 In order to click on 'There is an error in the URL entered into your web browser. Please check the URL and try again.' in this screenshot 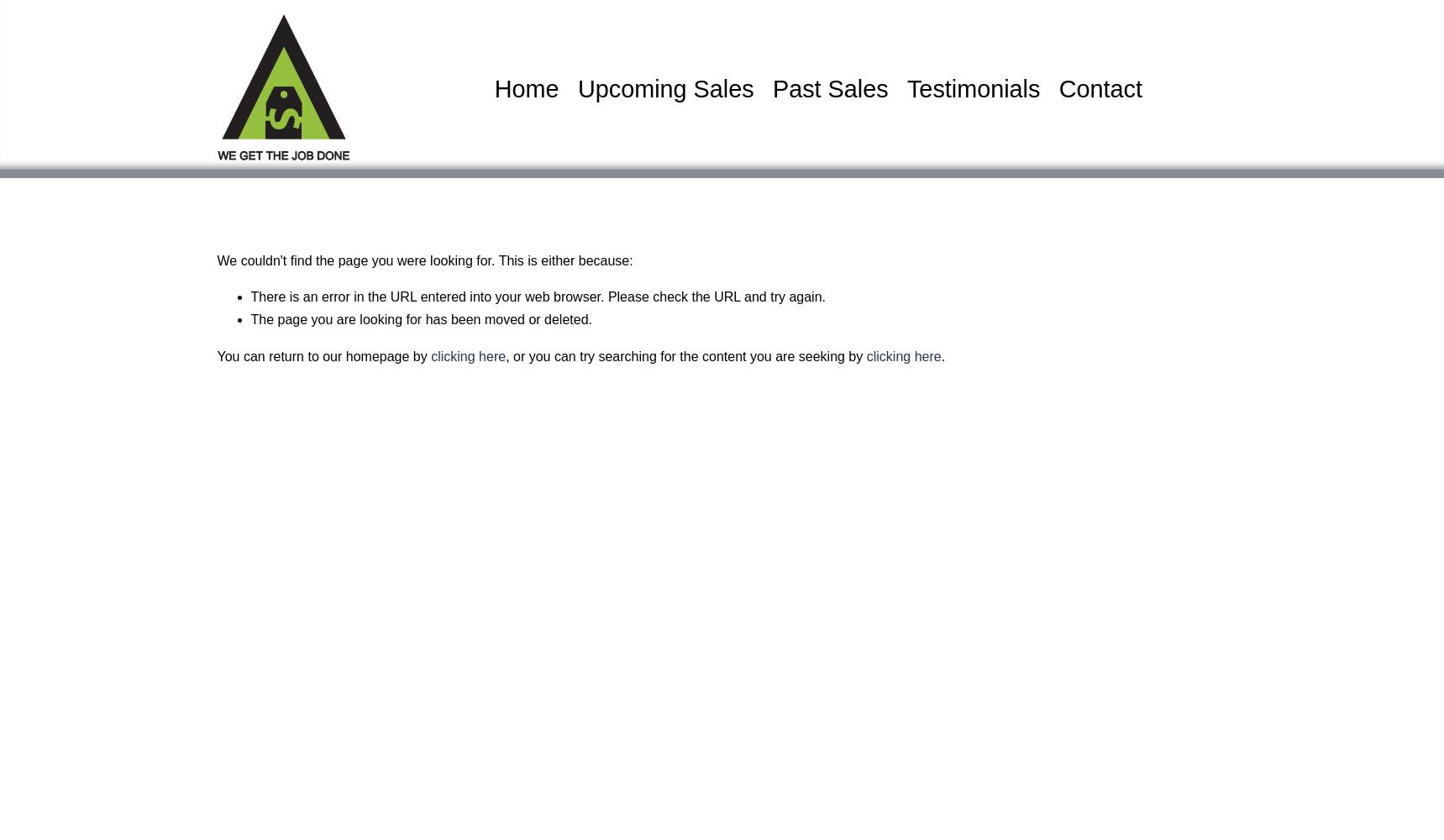, I will do `click(537, 296)`.